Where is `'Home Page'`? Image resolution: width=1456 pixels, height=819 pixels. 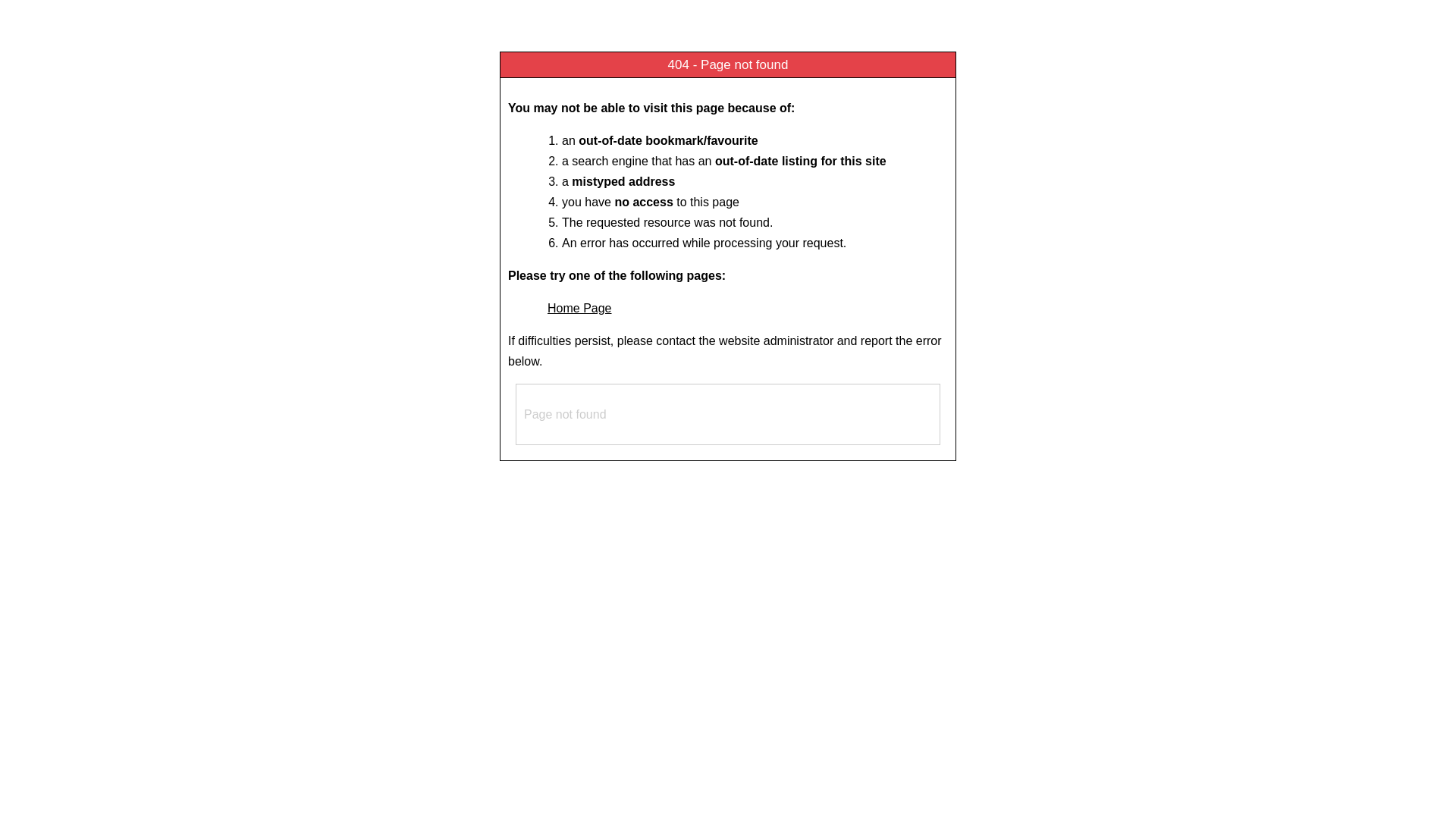 'Home Page' is located at coordinates (579, 307).